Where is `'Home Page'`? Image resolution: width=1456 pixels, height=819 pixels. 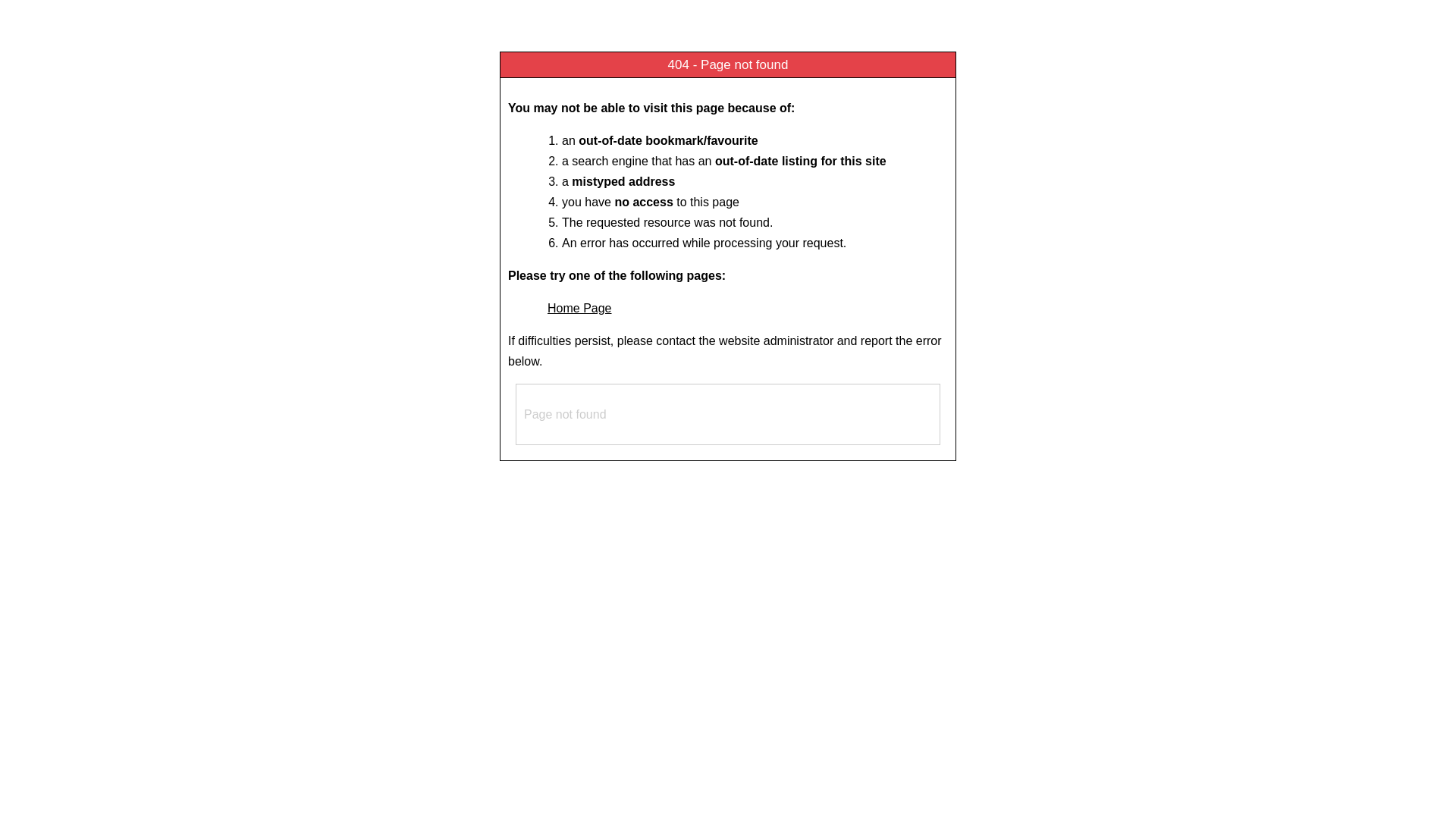 'Home Page' is located at coordinates (579, 307).